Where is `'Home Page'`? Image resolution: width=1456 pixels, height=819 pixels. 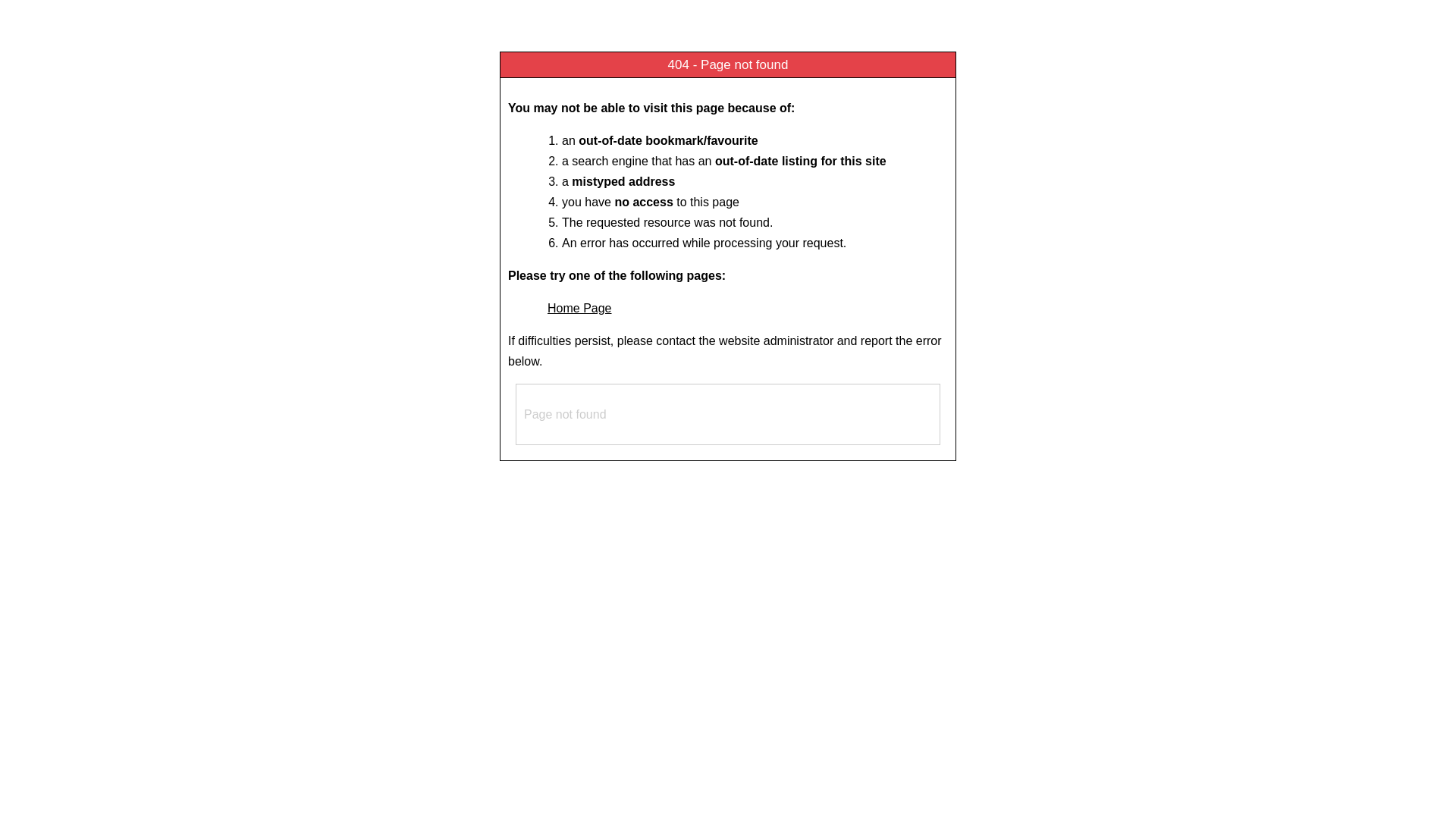 'Home Page' is located at coordinates (579, 307).